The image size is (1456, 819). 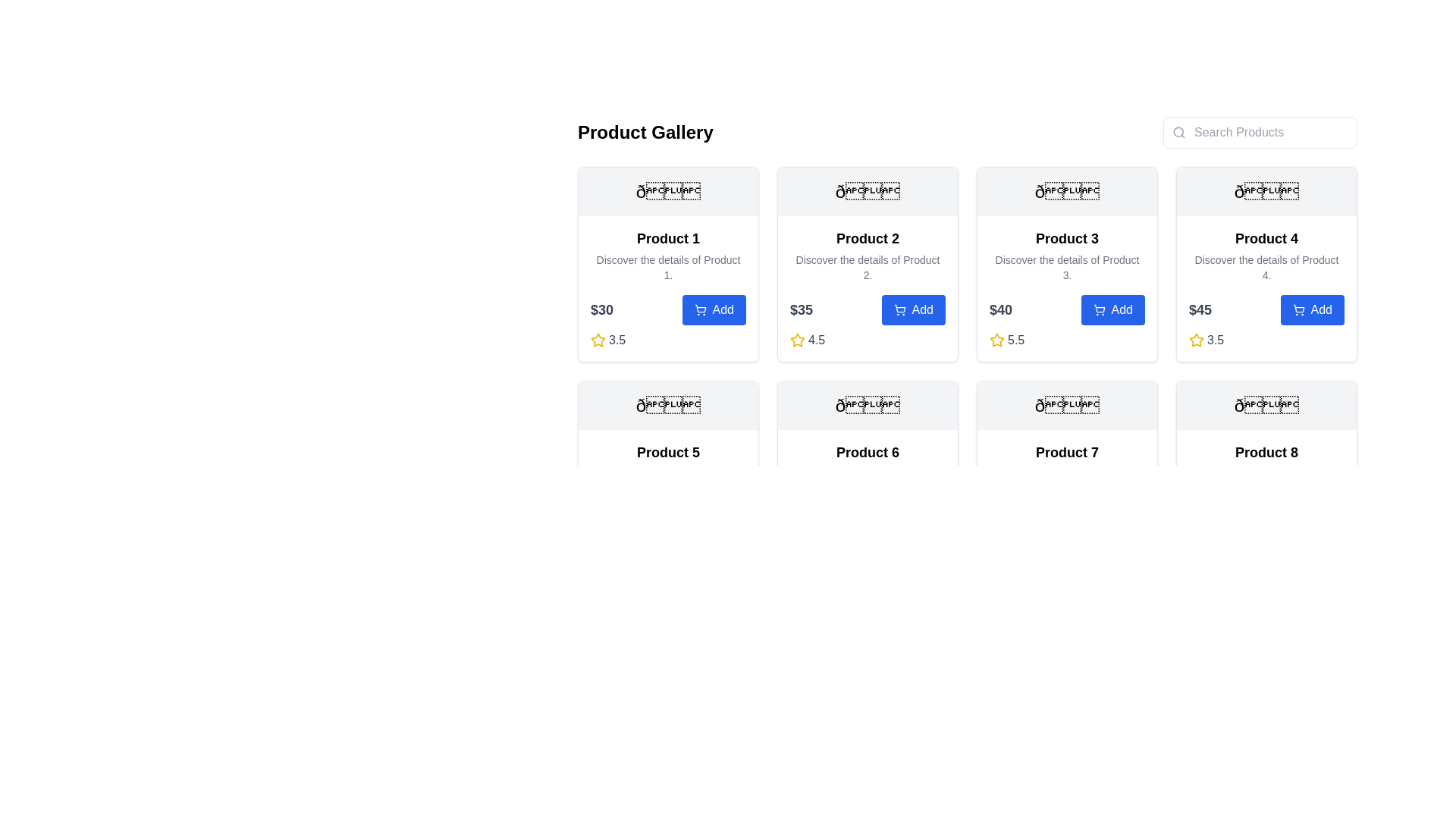 I want to click on the star icon that denotes a rating of 4.5, positioned under the price and 'Add' button of the second product in the gallery, so click(x=796, y=339).